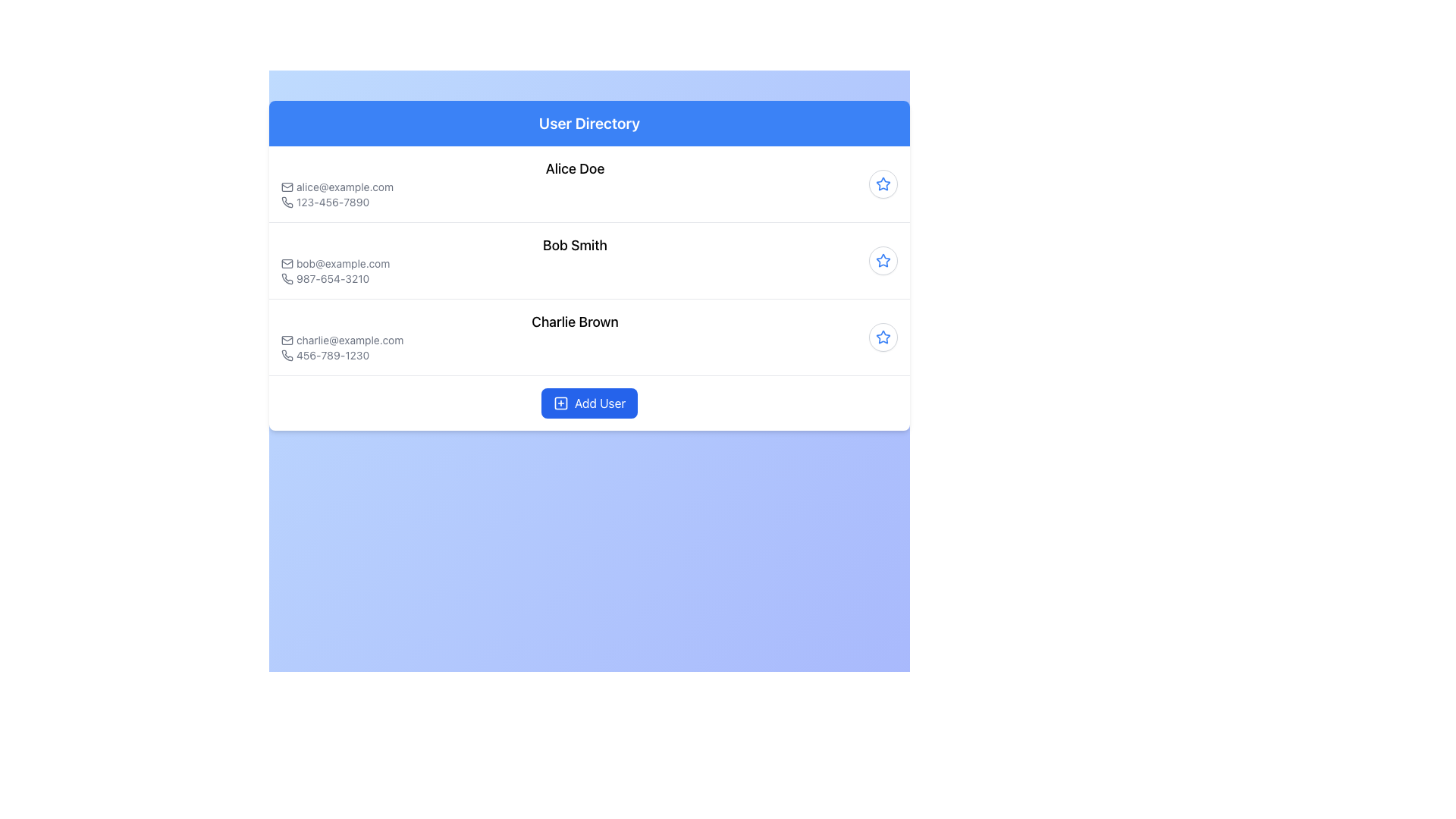  I want to click on the envelope icon representing the email address associated with the user 'Charlie Brown' to interact with the email address, so click(287, 339).